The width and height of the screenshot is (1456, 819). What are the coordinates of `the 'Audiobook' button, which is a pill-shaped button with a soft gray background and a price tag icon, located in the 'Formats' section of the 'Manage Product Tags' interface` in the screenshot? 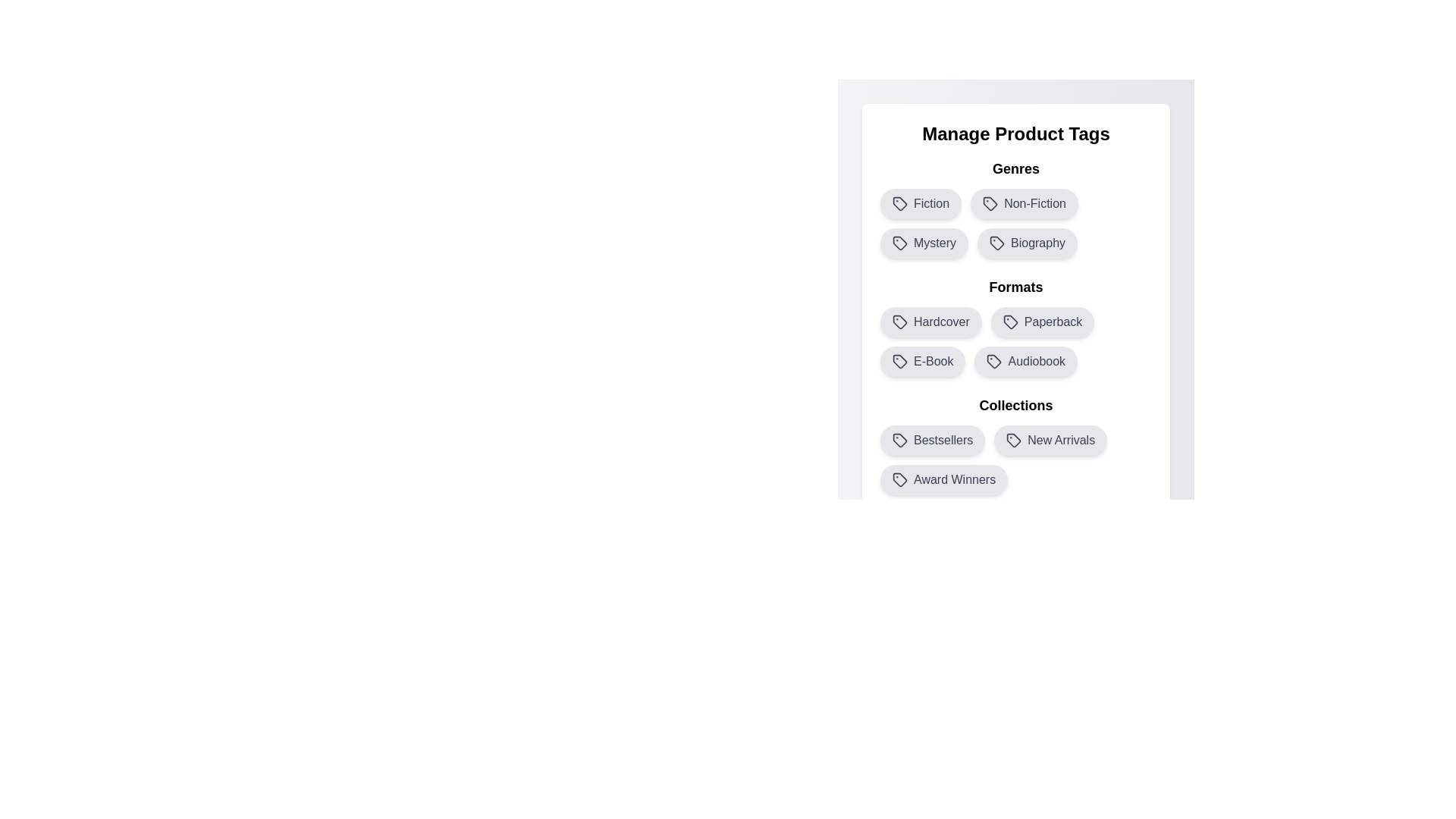 It's located at (1026, 362).